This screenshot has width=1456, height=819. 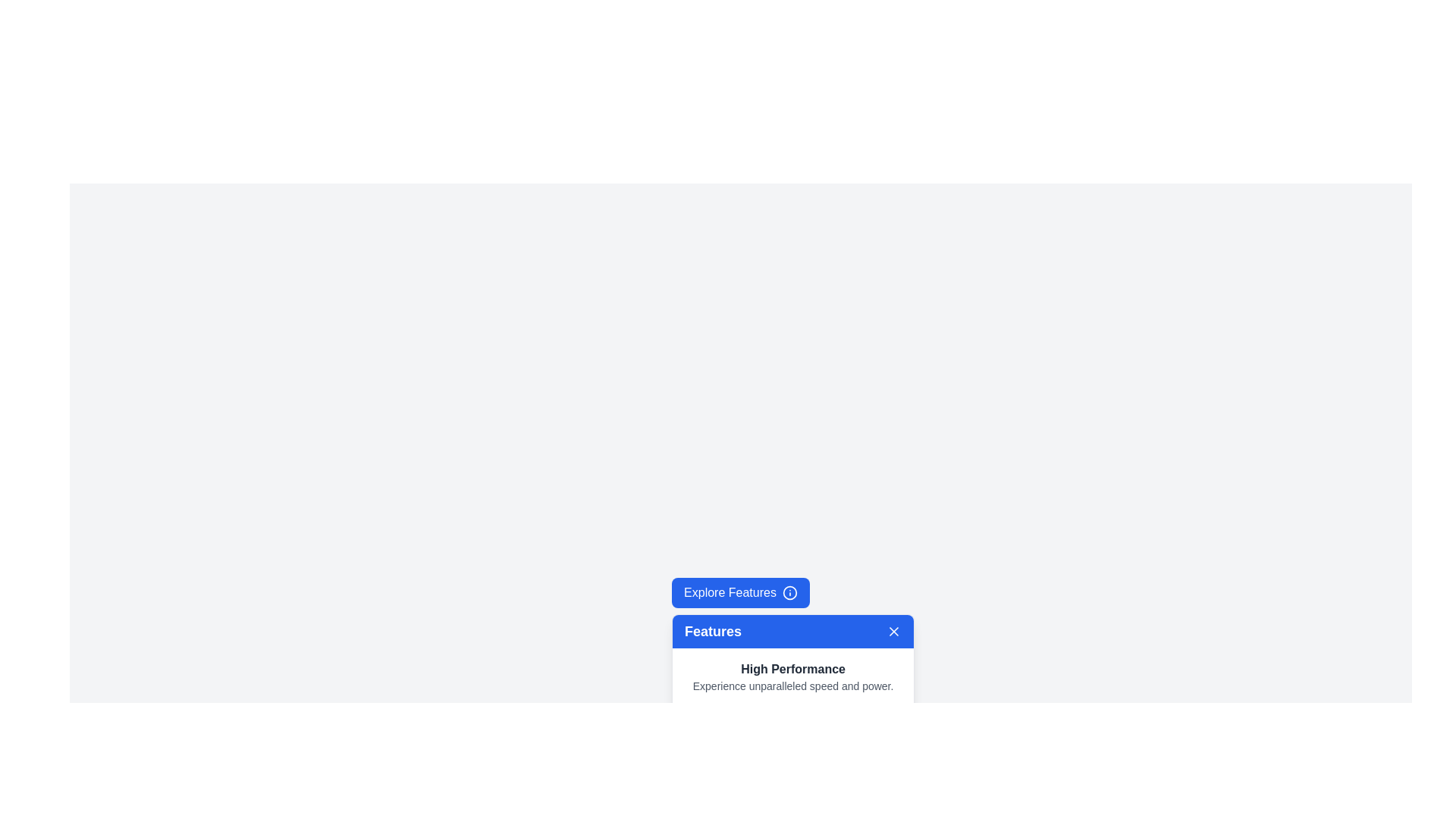 I want to click on the 'Explore Features' button, which has a blue background and white text, so click(x=741, y=592).